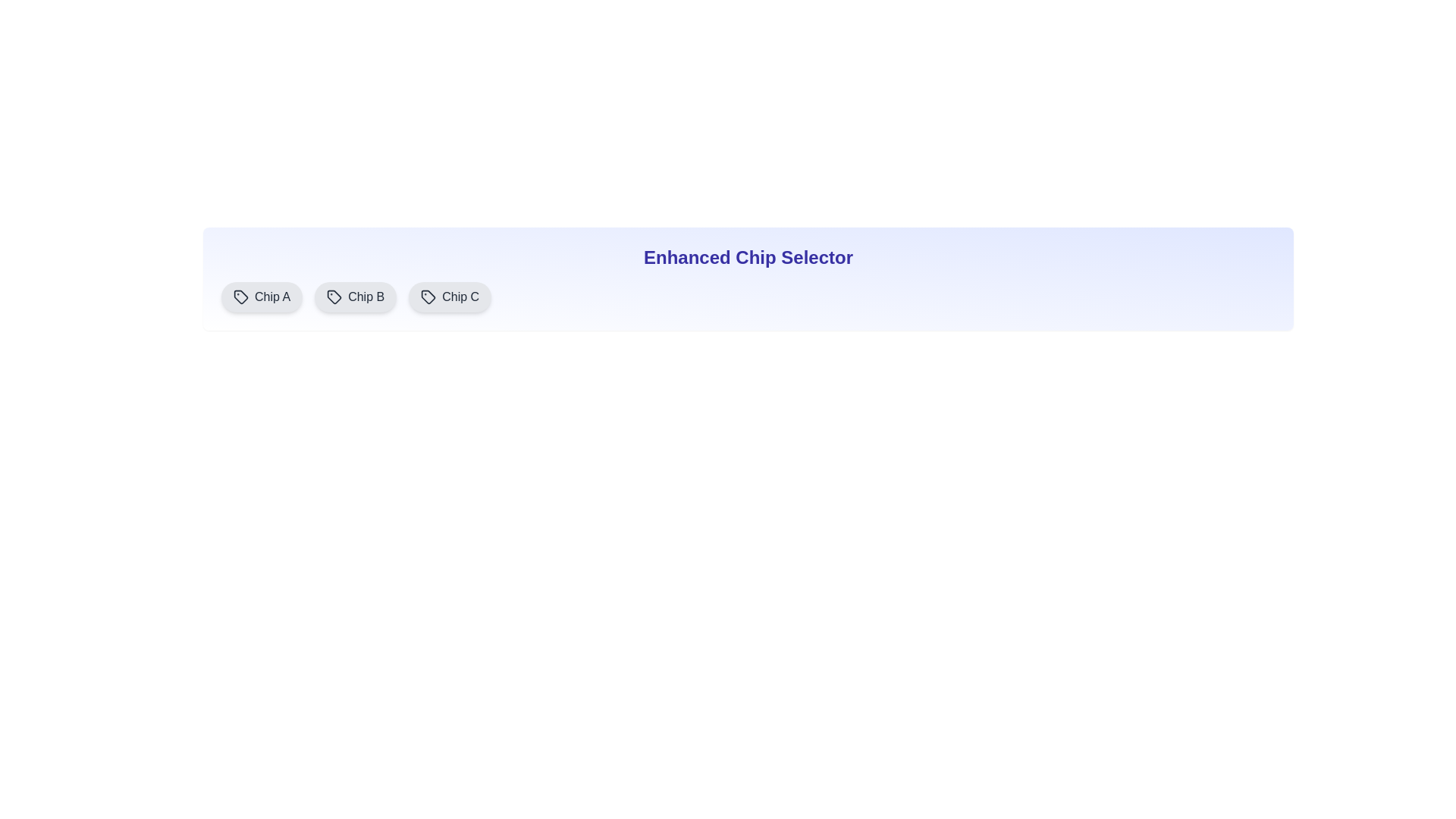 Image resolution: width=1456 pixels, height=819 pixels. Describe the element at coordinates (355, 297) in the screenshot. I see `the chip labeled Chip B to display its description` at that location.